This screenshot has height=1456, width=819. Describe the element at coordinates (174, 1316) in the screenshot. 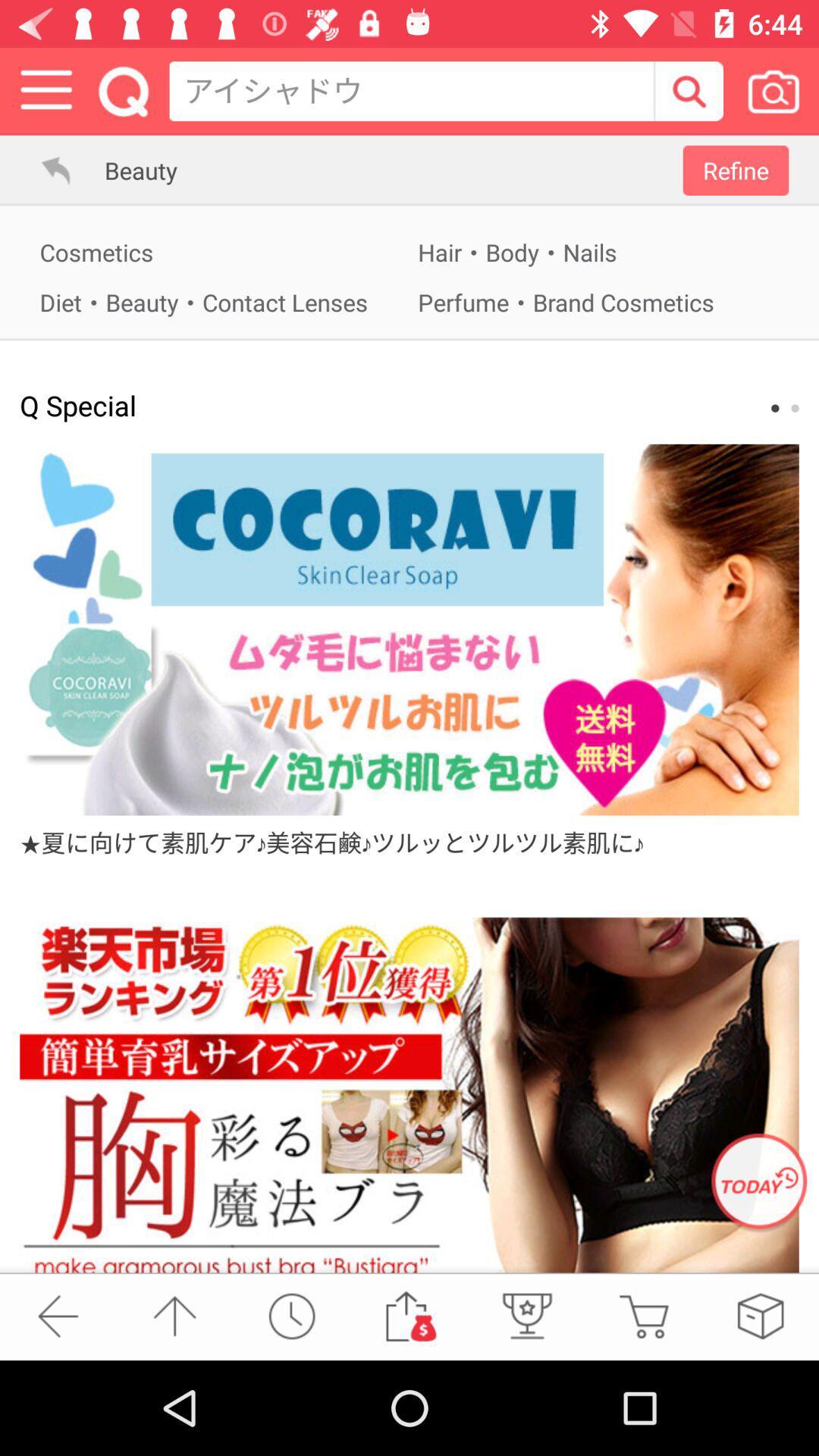

I see `the second option from the bottom which is in  above back arrow` at that location.